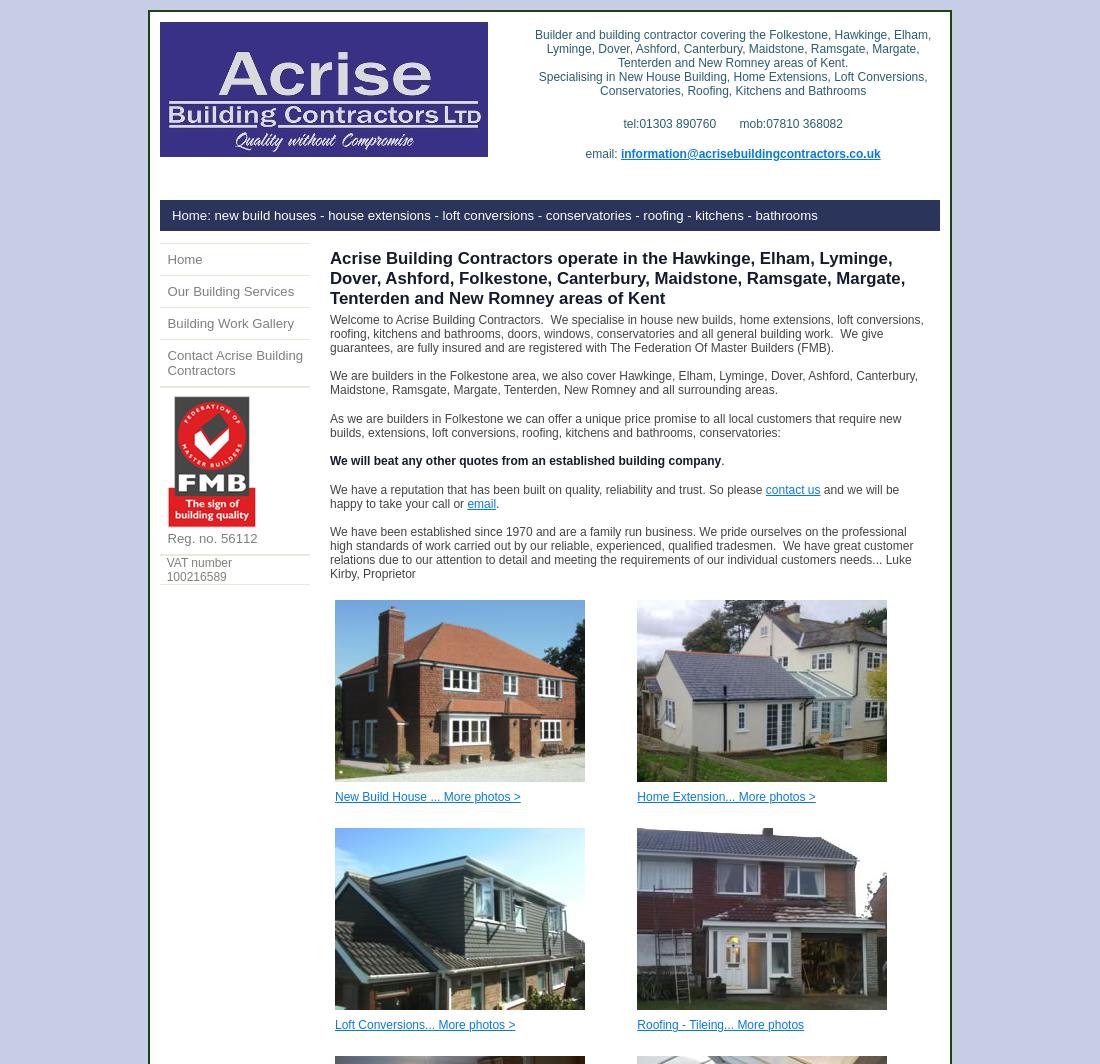  What do you see at coordinates (329, 333) in the screenshot?
I see `'Welcome to Acrise Building Contractors.  We  specialise in house new  builds, home extensions, loft conversions, roofing, kitchens and  bathrooms, doors, windows, conservatories and all general building work.  We give guarantees, are fully  insured and are registered with The Federation Of Master Builders (FMB).'` at bounding box center [329, 333].